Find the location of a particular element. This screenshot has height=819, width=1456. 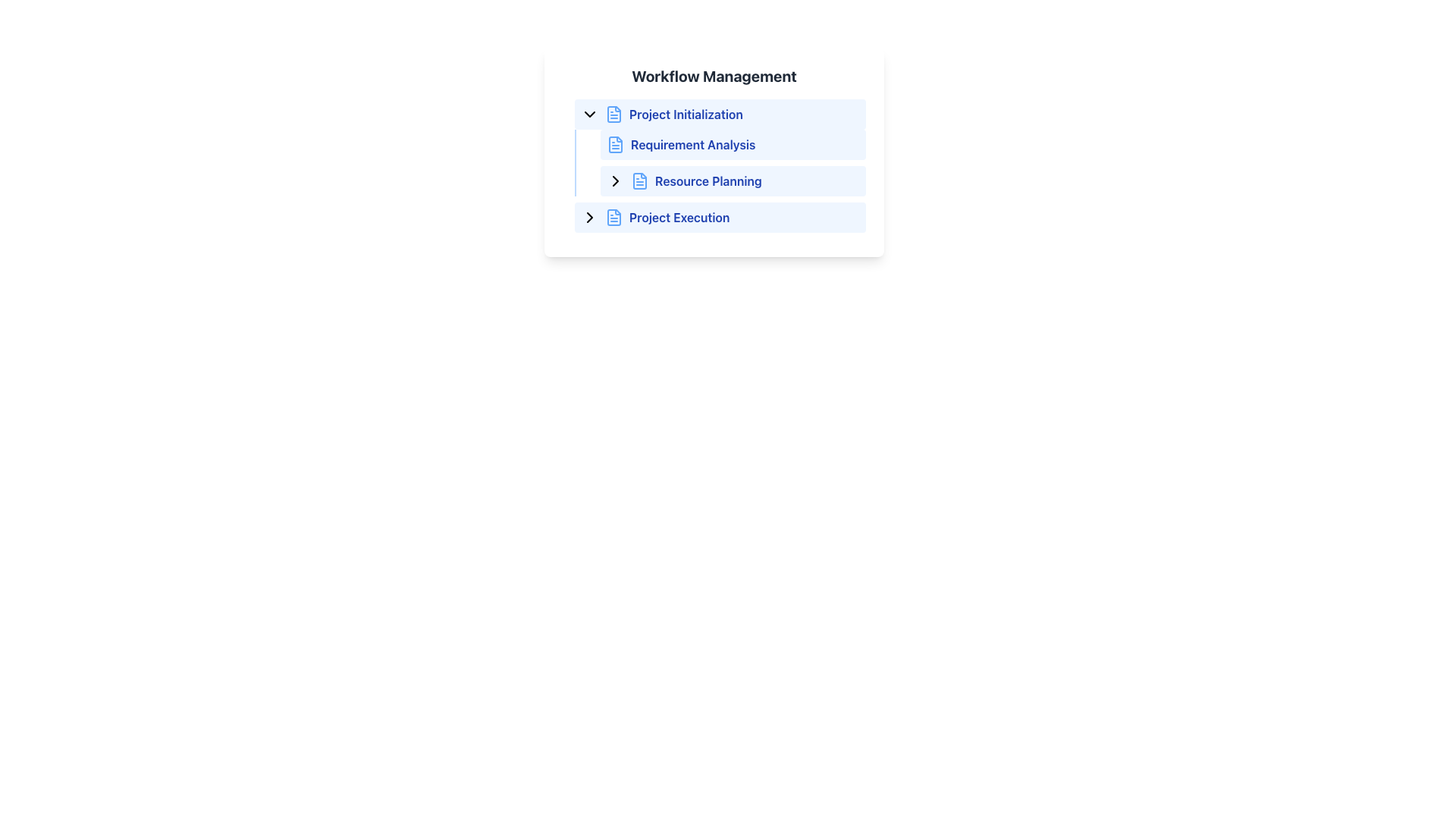

text label displaying 'Requirement Analysis' in bold, blue font, which is the second item in the workflow list under 'Workflow Management' is located at coordinates (692, 145).